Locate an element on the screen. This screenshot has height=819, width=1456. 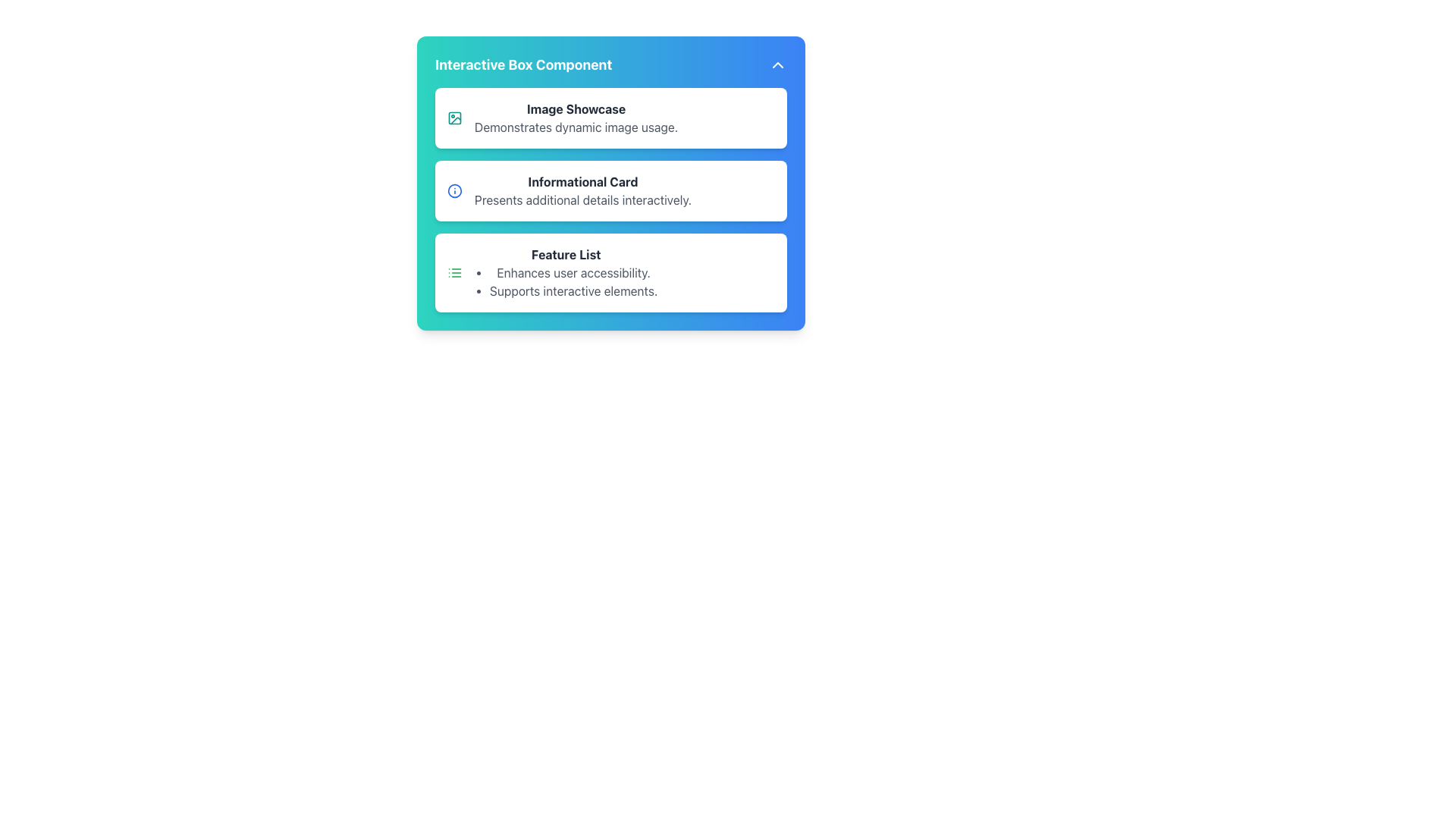
the small icon resembling a list, which has three horizontal green lines on the right and three vertical green dots on the left, located to the left of the text 'Feature List' in the third box of the 'Interactive Box Component' section is located at coordinates (454, 271).